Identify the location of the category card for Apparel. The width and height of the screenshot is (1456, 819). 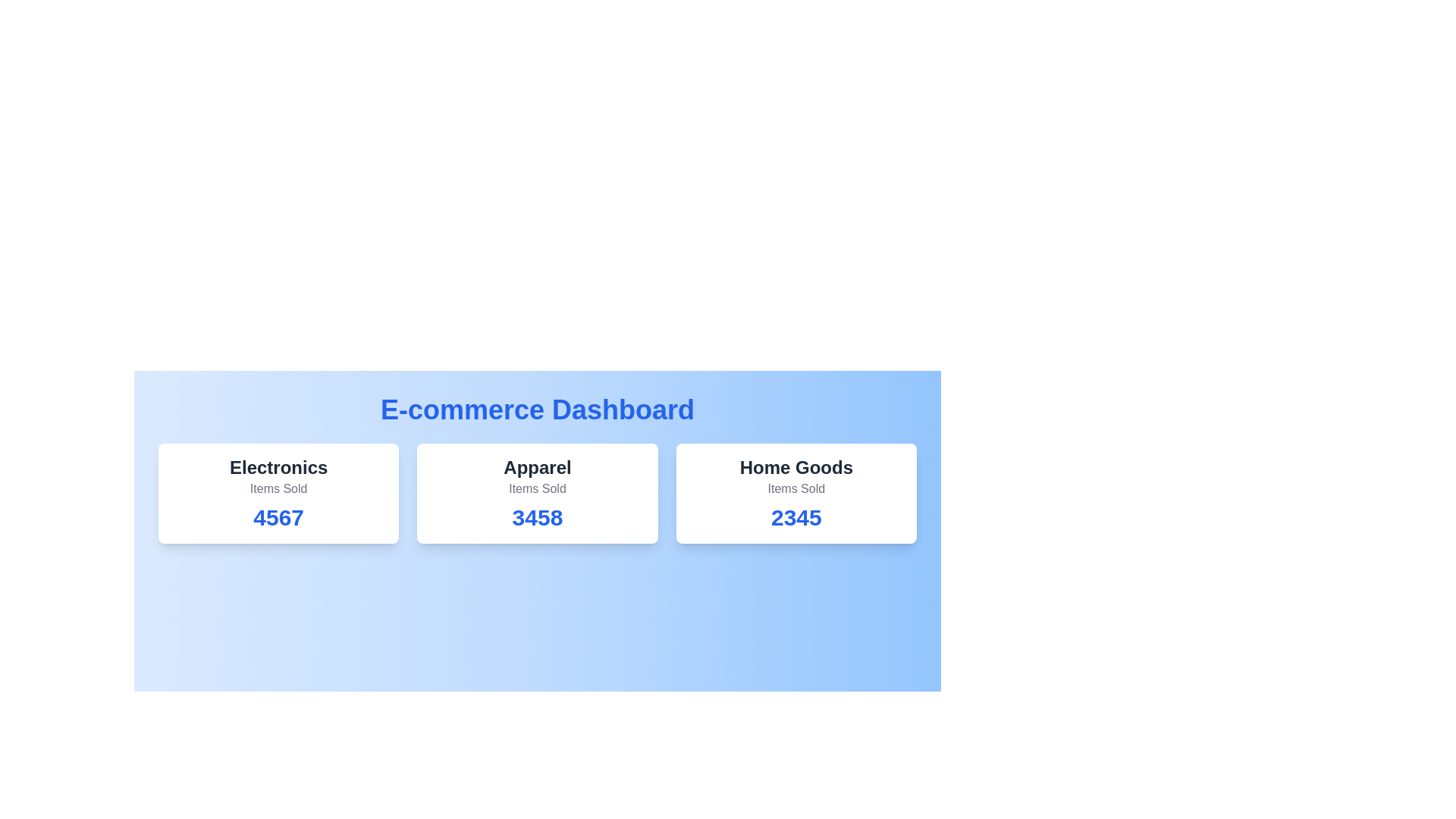
(538, 494).